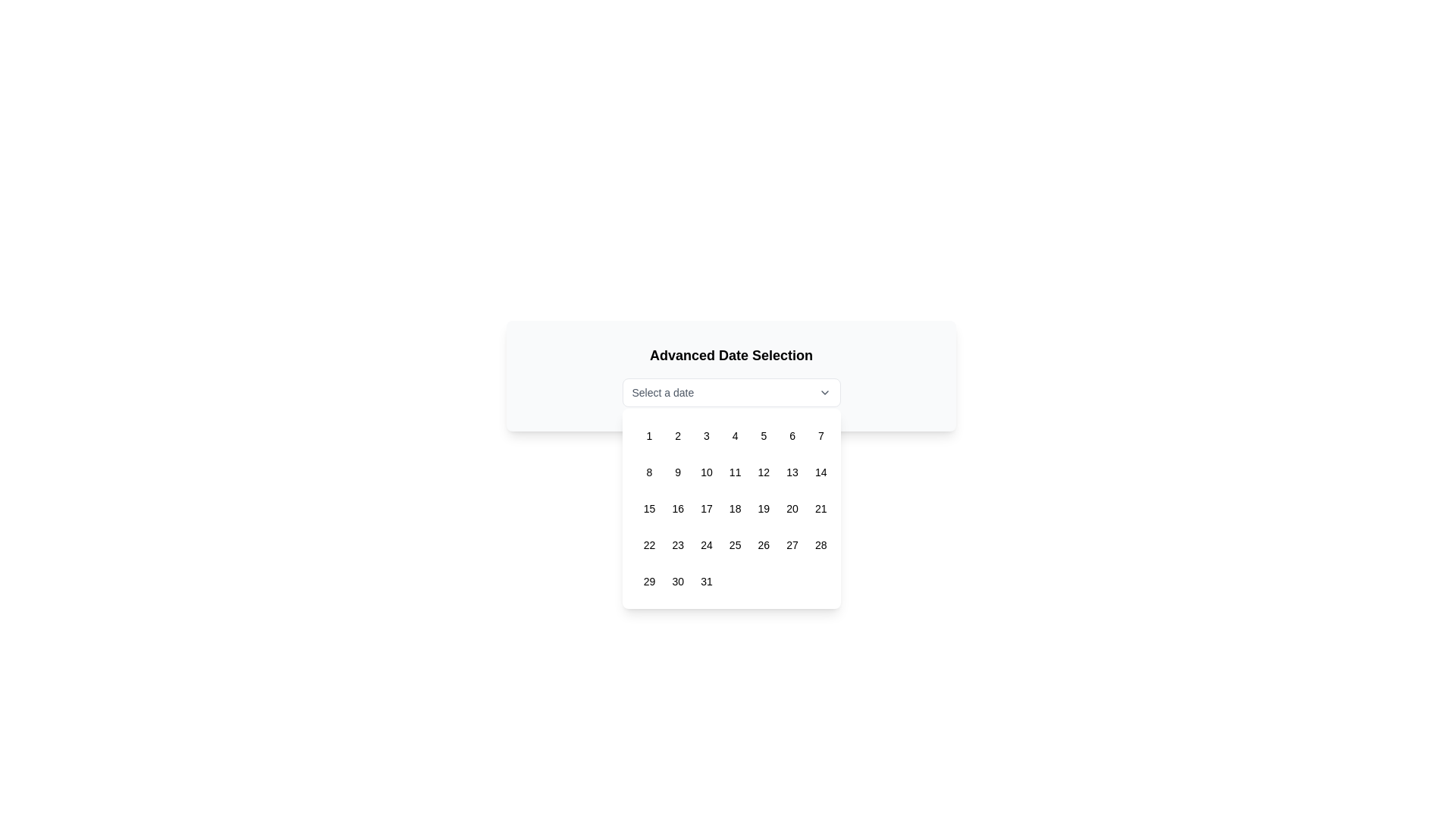 Image resolution: width=1456 pixels, height=819 pixels. Describe the element at coordinates (764, 509) in the screenshot. I see `the button displaying '19' in the date picker` at that location.